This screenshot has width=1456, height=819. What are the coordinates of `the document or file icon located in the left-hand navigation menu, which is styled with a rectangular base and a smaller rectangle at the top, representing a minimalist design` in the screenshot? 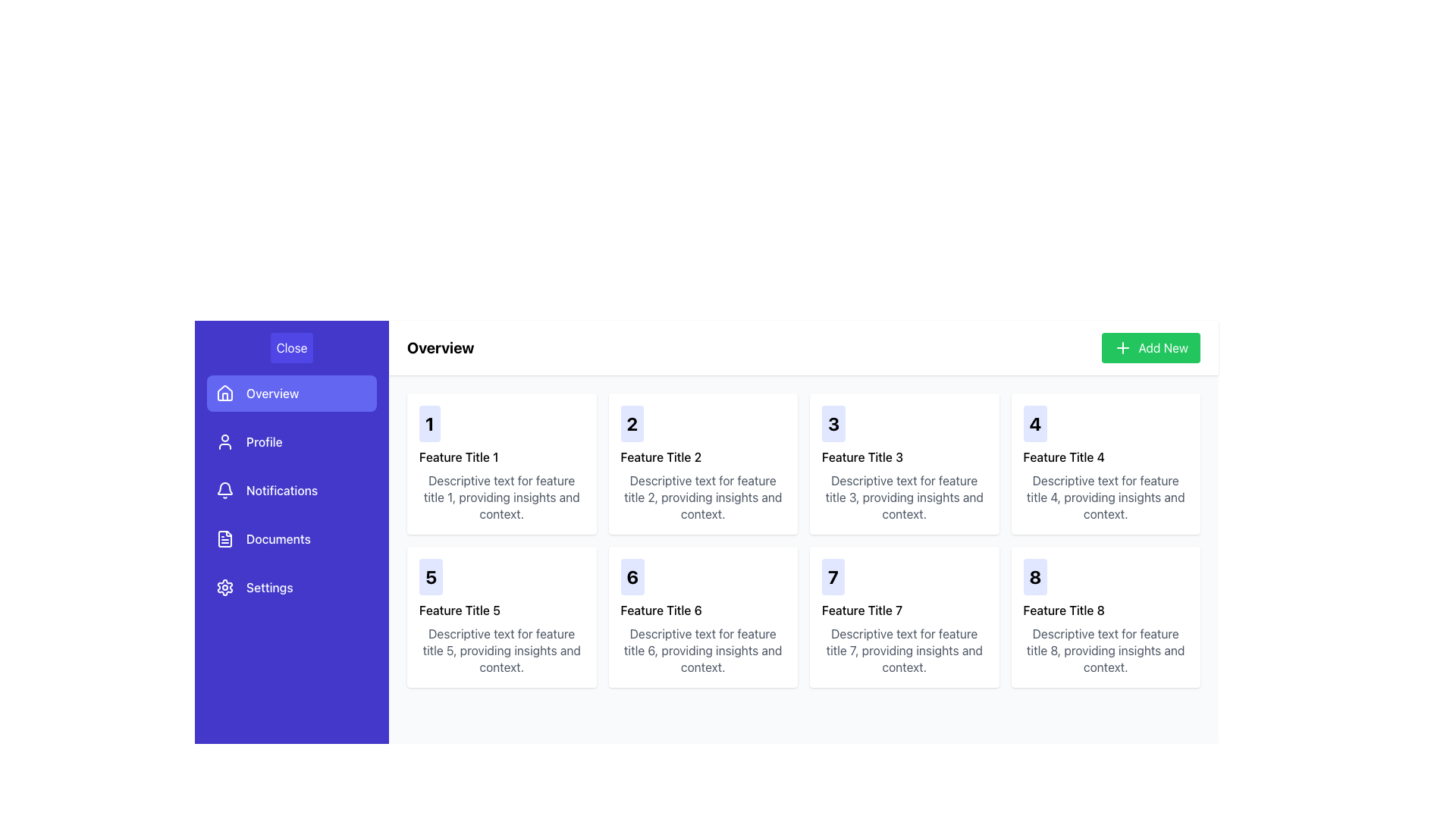 It's located at (224, 538).